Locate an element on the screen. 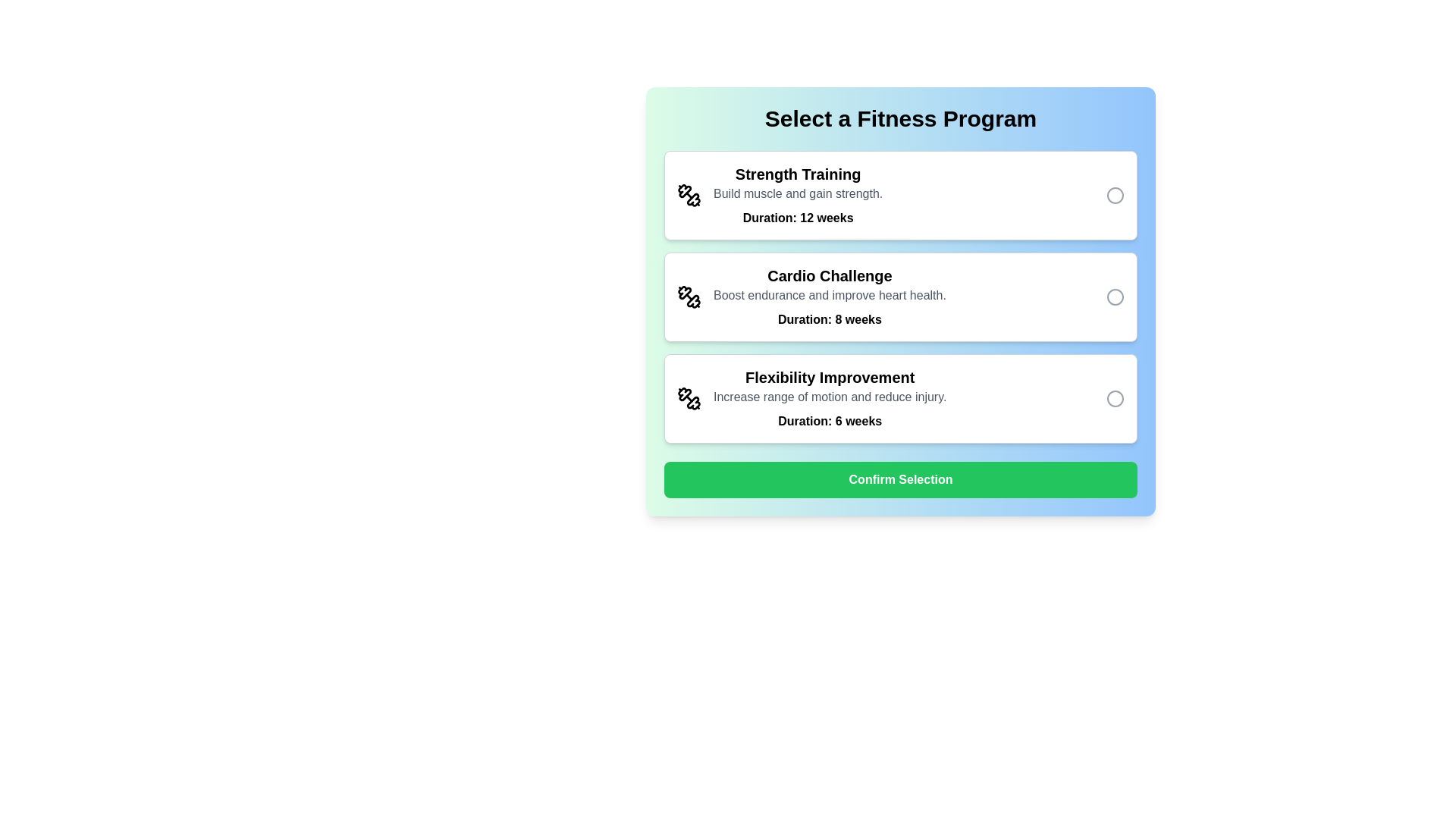 The height and width of the screenshot is (819, 1456). the text field displaying 'Increase range of motion and reduce injury.' which is positioned below the title 'Flexibility Improvement.' is located at coordinates (829, 397).